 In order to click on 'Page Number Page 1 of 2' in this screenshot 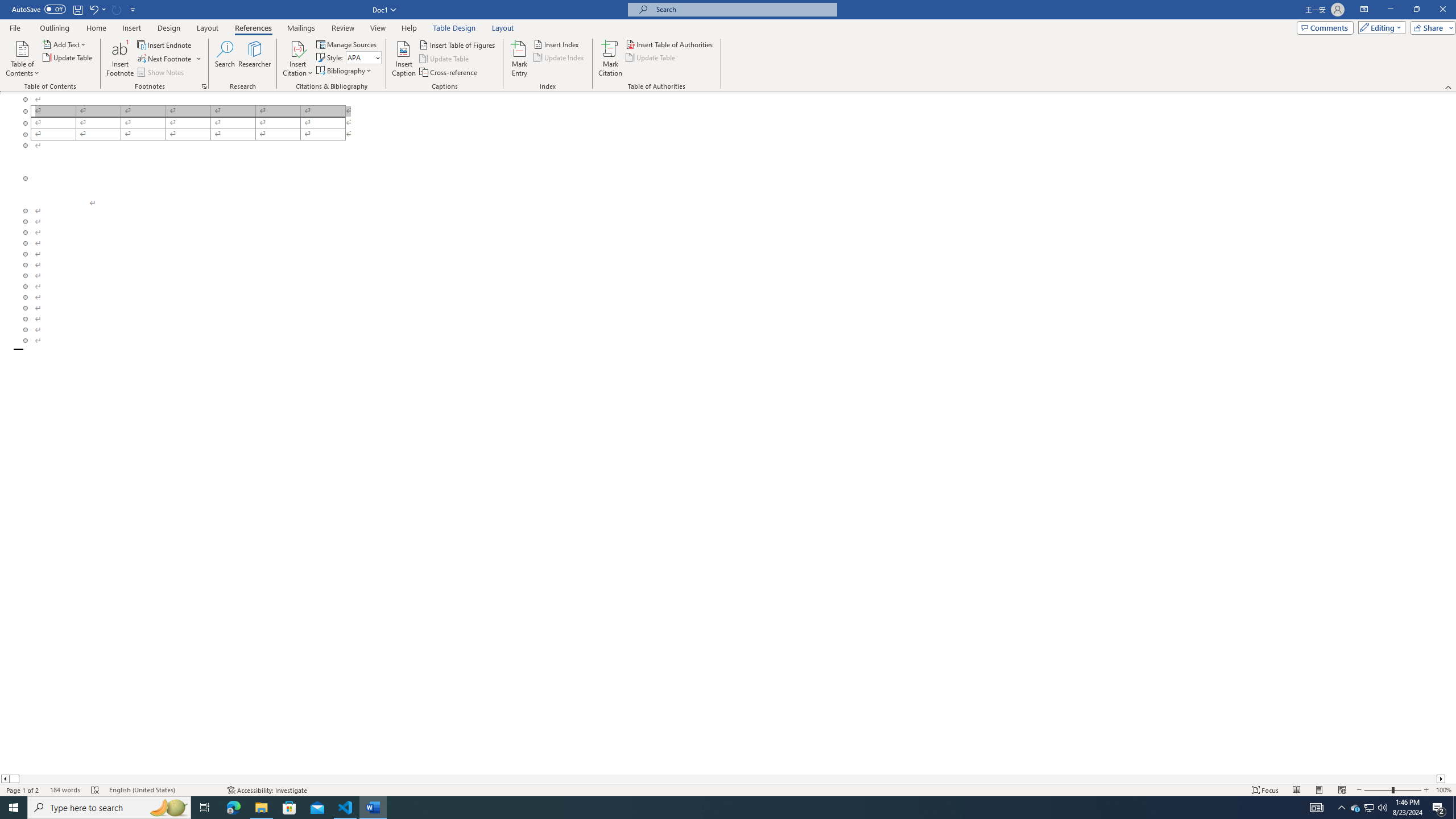, I will do `click(23, 790)`.